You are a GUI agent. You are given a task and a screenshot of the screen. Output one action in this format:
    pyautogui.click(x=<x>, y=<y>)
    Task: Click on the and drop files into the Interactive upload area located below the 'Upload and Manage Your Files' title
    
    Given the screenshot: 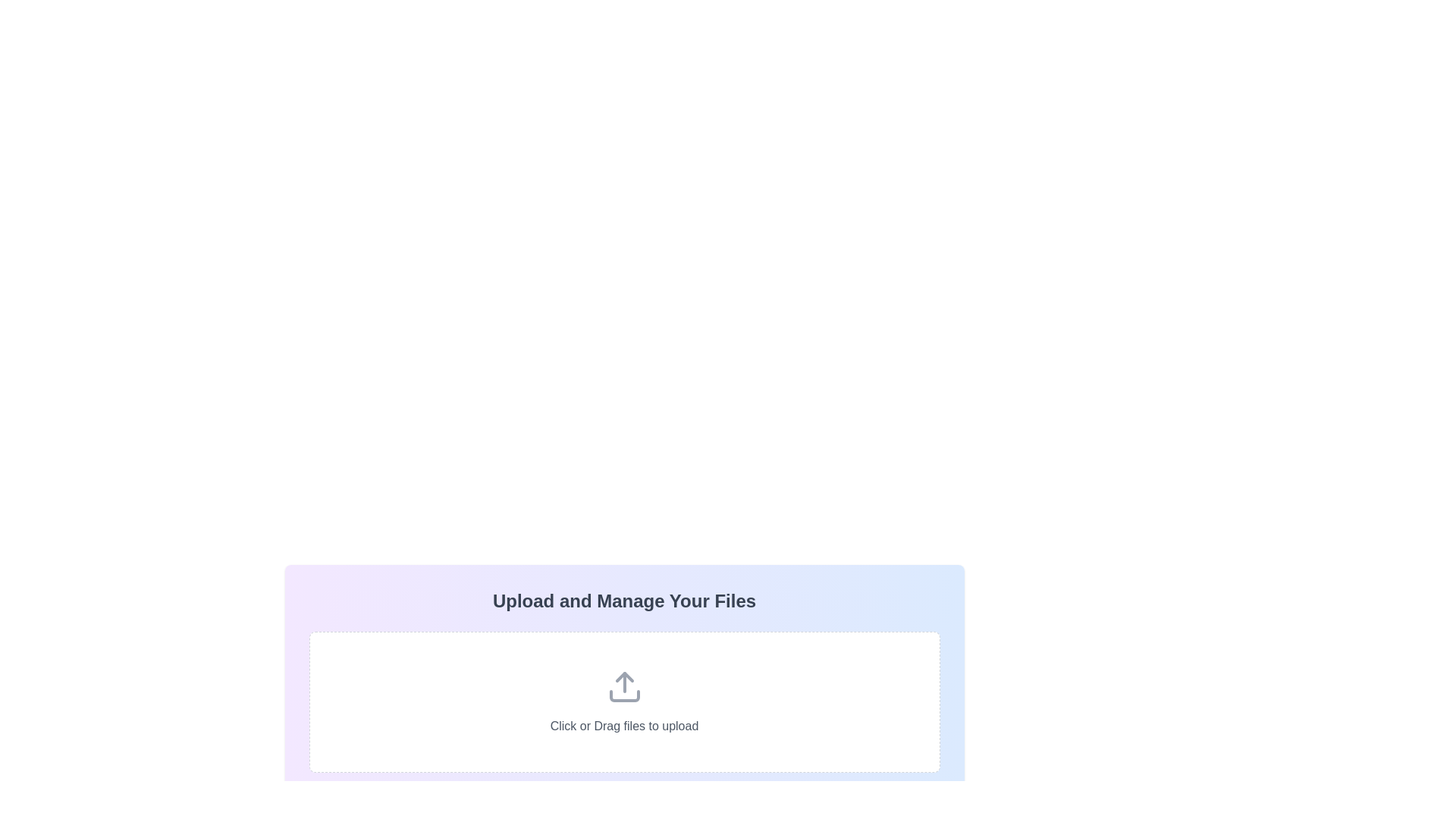 What is the action you would take?
    pyautogui.click(x=624, y=701)
    